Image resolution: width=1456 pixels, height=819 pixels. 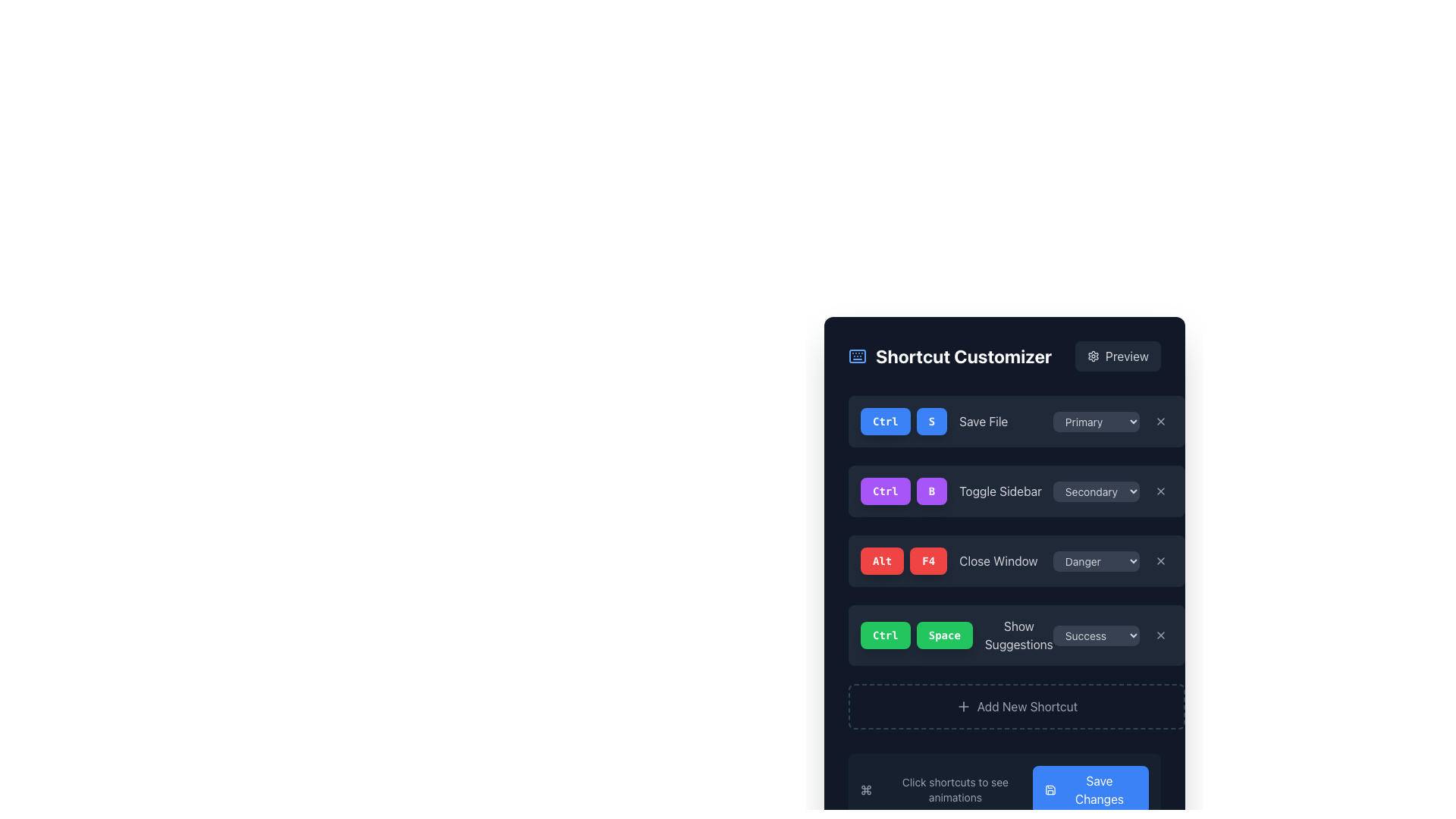 I want to click on the gear icon representing settings, located at the top-right corner of the interface, so click(x=1094, y=356).